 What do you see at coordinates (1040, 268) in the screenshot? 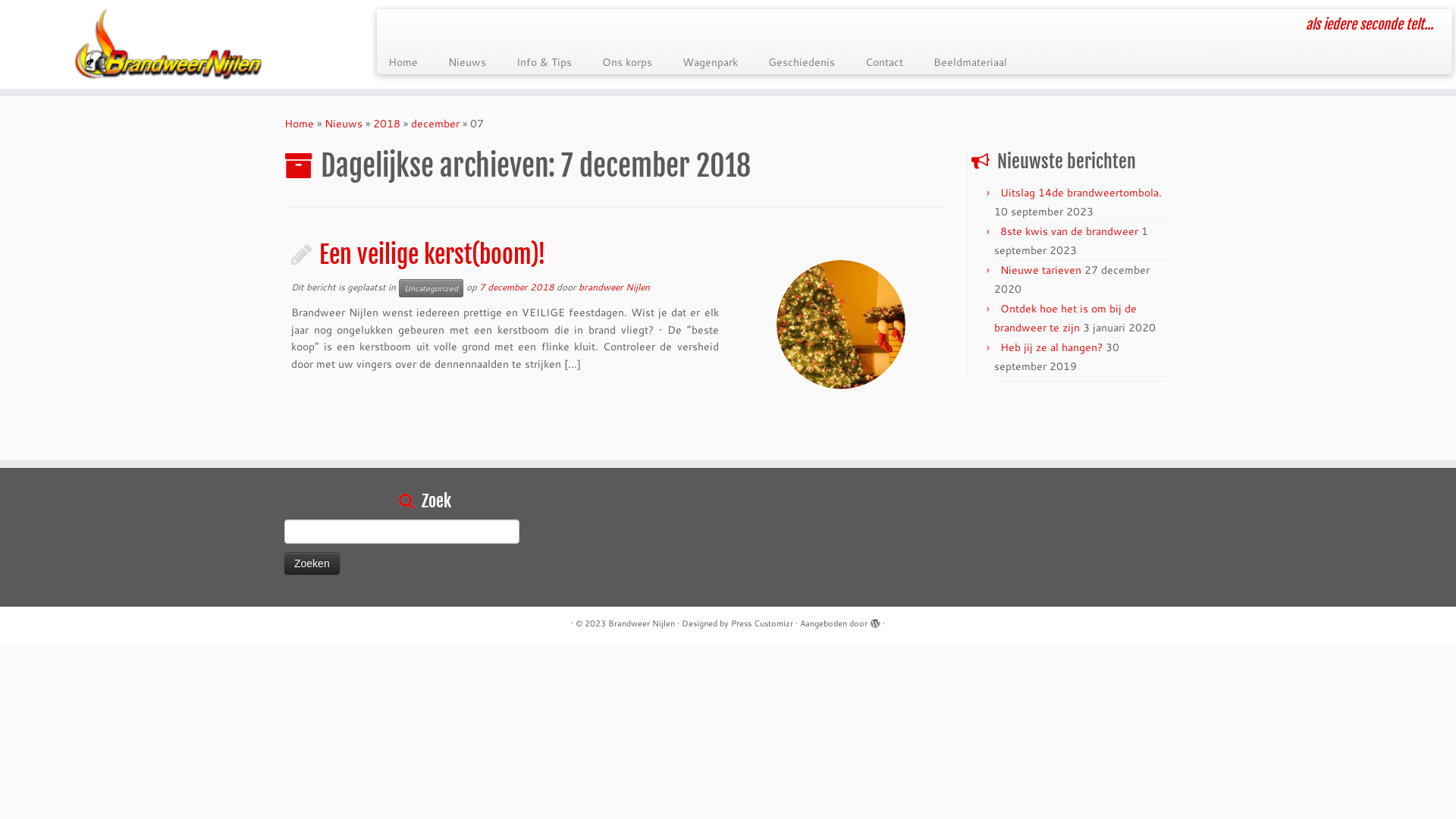
I see `'Nieuwe tarieven'` at bounding box center [1040, 268].